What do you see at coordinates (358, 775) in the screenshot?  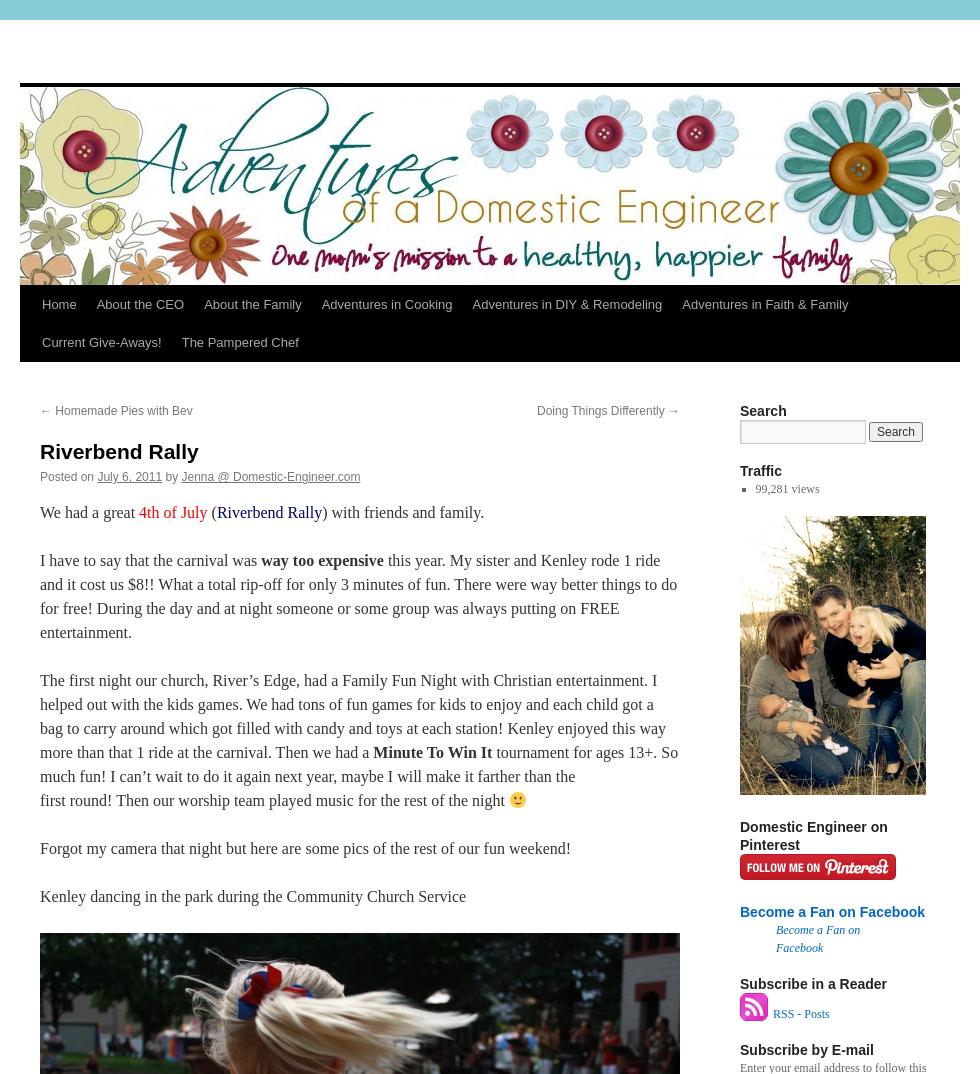 I see `'tournament for ages 13+. So much fun! I can’t wait to do it again next year, maybe I will make it farther than the first round! Then our worship team played music for the rest of the night'` at bounding box center [358, 775].